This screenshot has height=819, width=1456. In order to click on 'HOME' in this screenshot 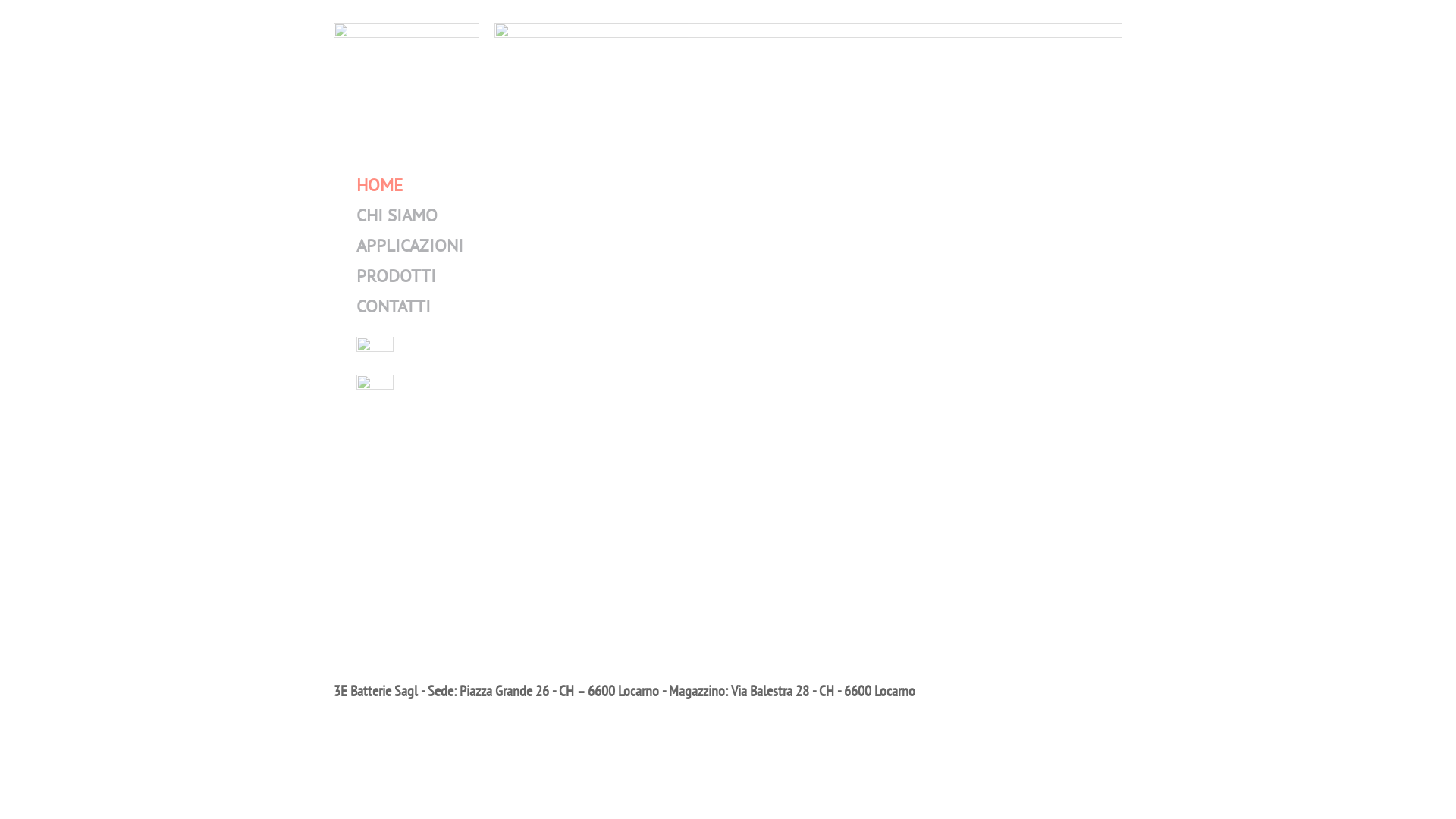, I will do `click(379, 184)`.